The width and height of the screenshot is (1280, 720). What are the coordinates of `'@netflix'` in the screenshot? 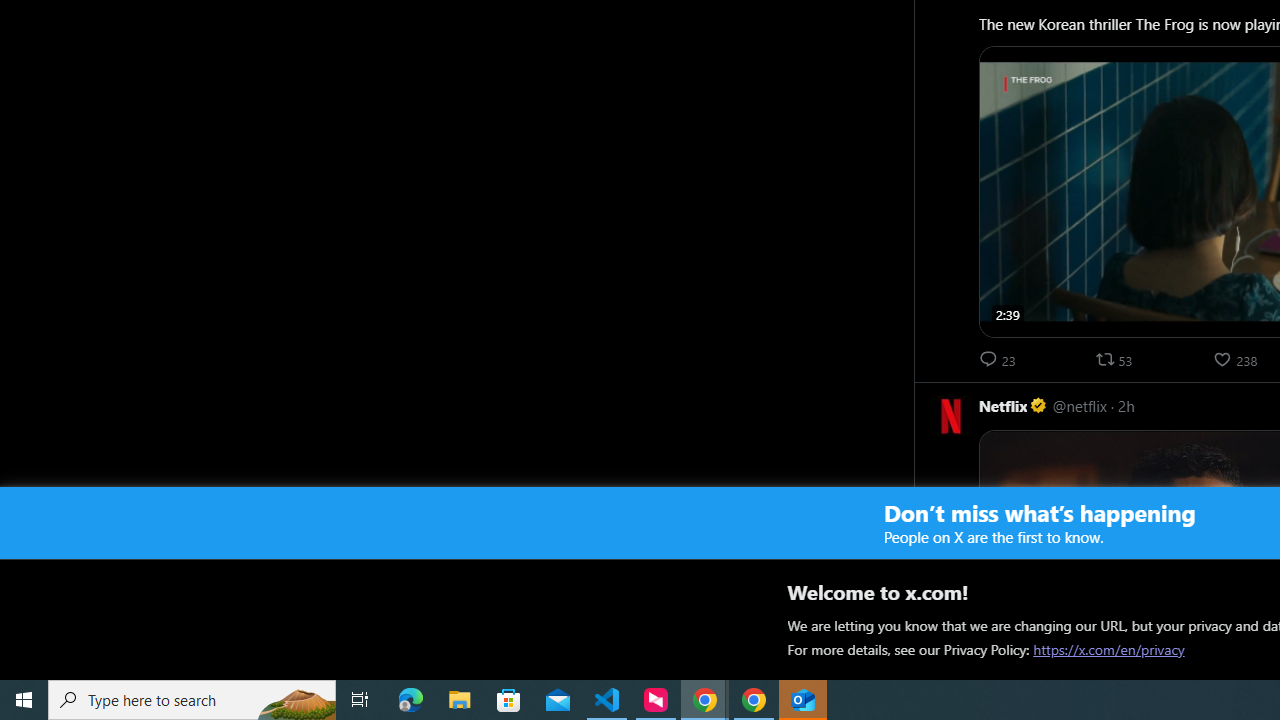 It's located at (1078, 405).